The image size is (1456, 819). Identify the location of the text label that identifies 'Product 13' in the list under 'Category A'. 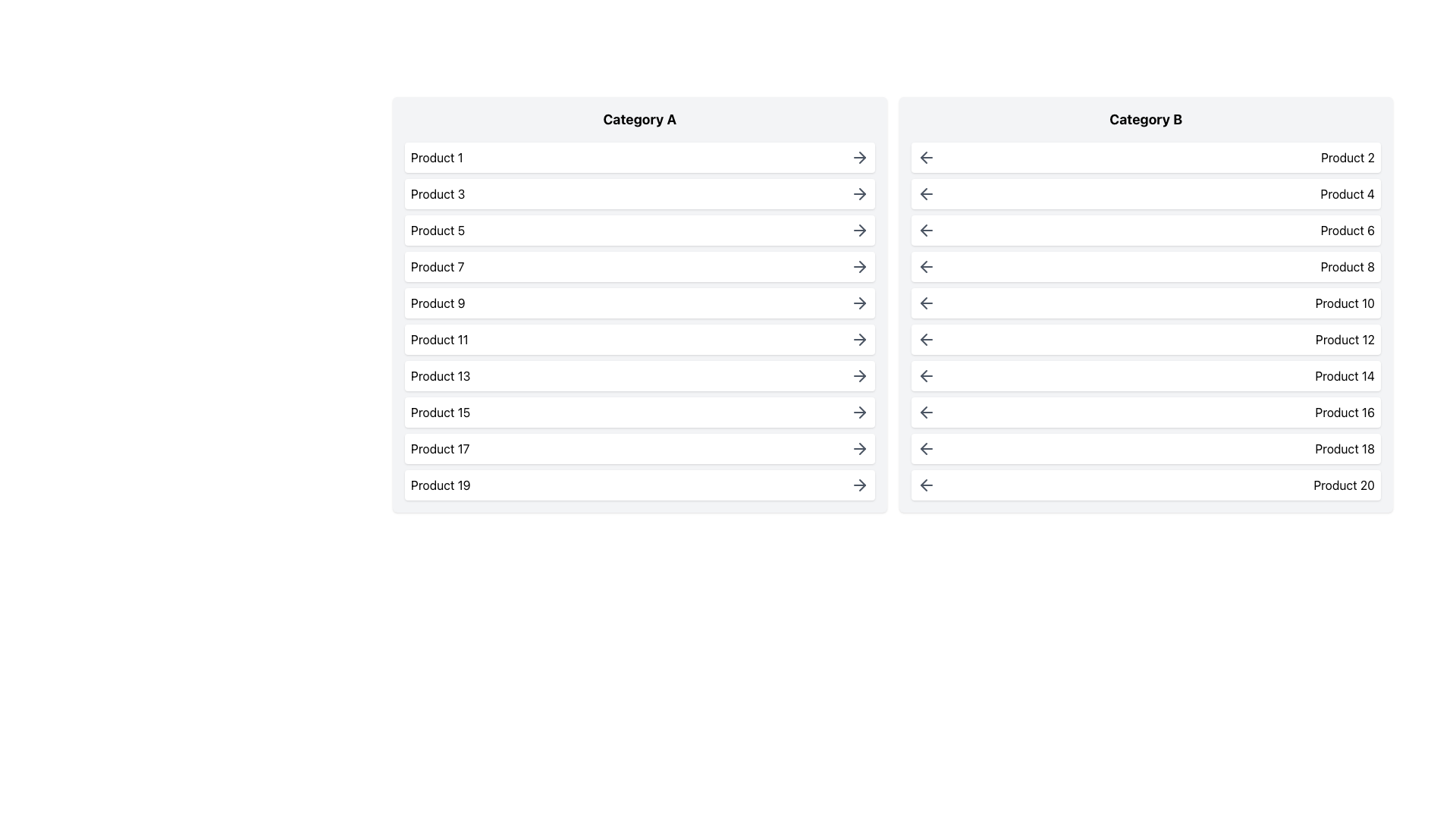
(440, 375).